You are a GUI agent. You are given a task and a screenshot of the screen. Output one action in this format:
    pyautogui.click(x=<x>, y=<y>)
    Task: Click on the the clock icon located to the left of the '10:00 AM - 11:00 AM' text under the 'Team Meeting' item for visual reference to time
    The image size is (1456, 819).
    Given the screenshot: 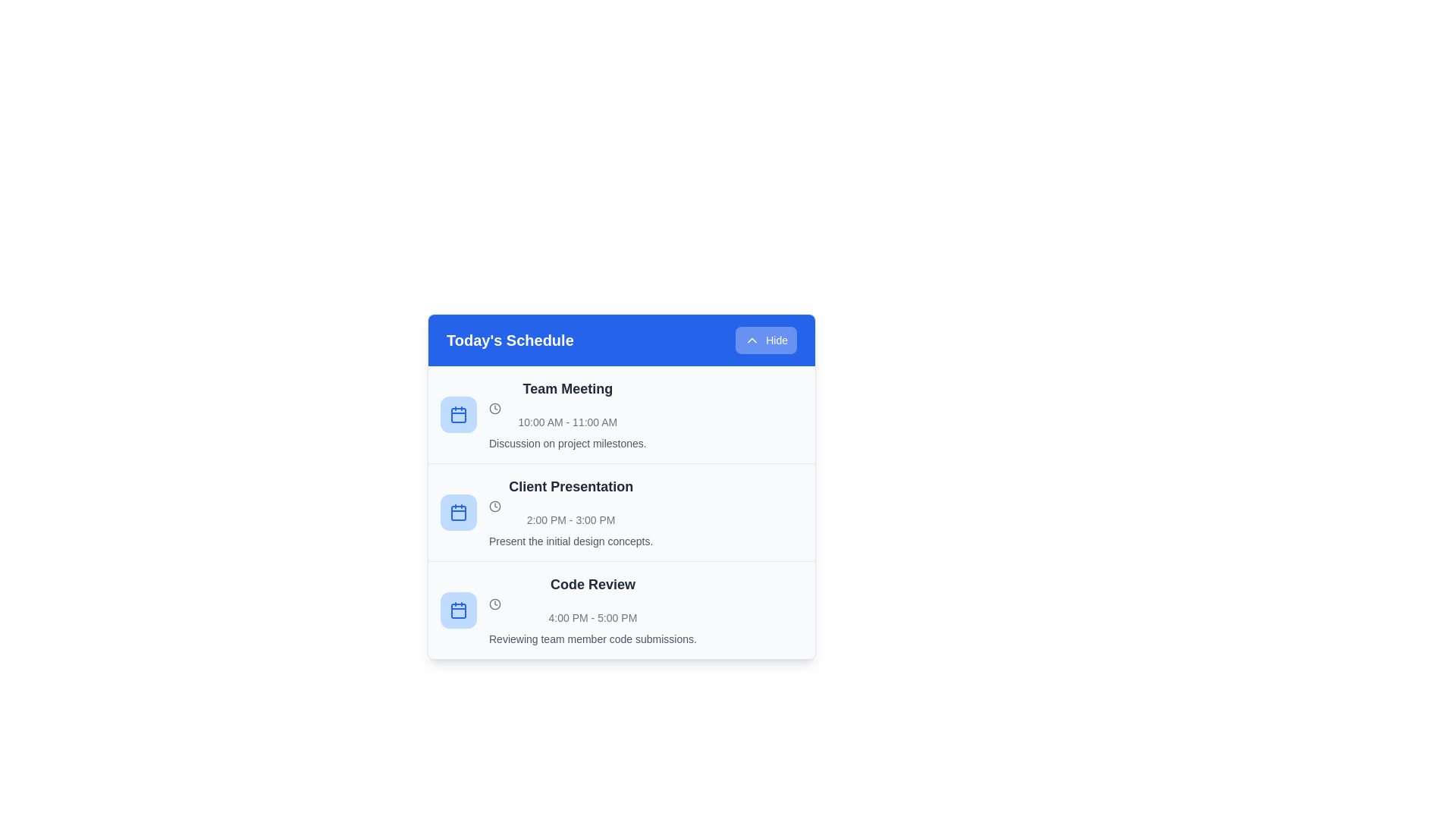 What is the action you would take?
    pyautogui.click(x=494, y=408)
    